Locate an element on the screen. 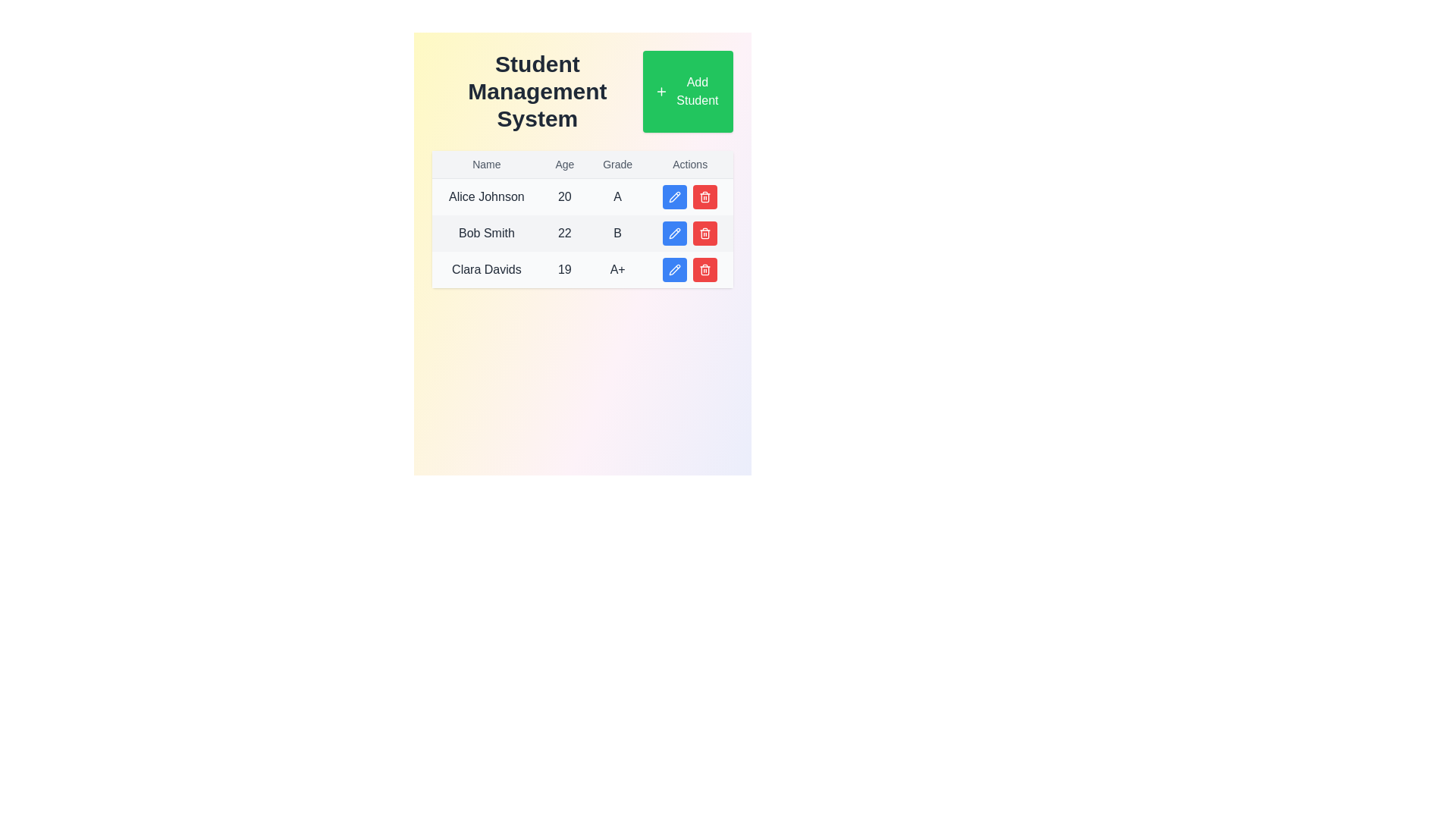  the text label 'Age', which is the second column header of the table, displayed in gray color, and positioned between the headers 'Name' and 'Grade' is located at coordinates (563, 165).